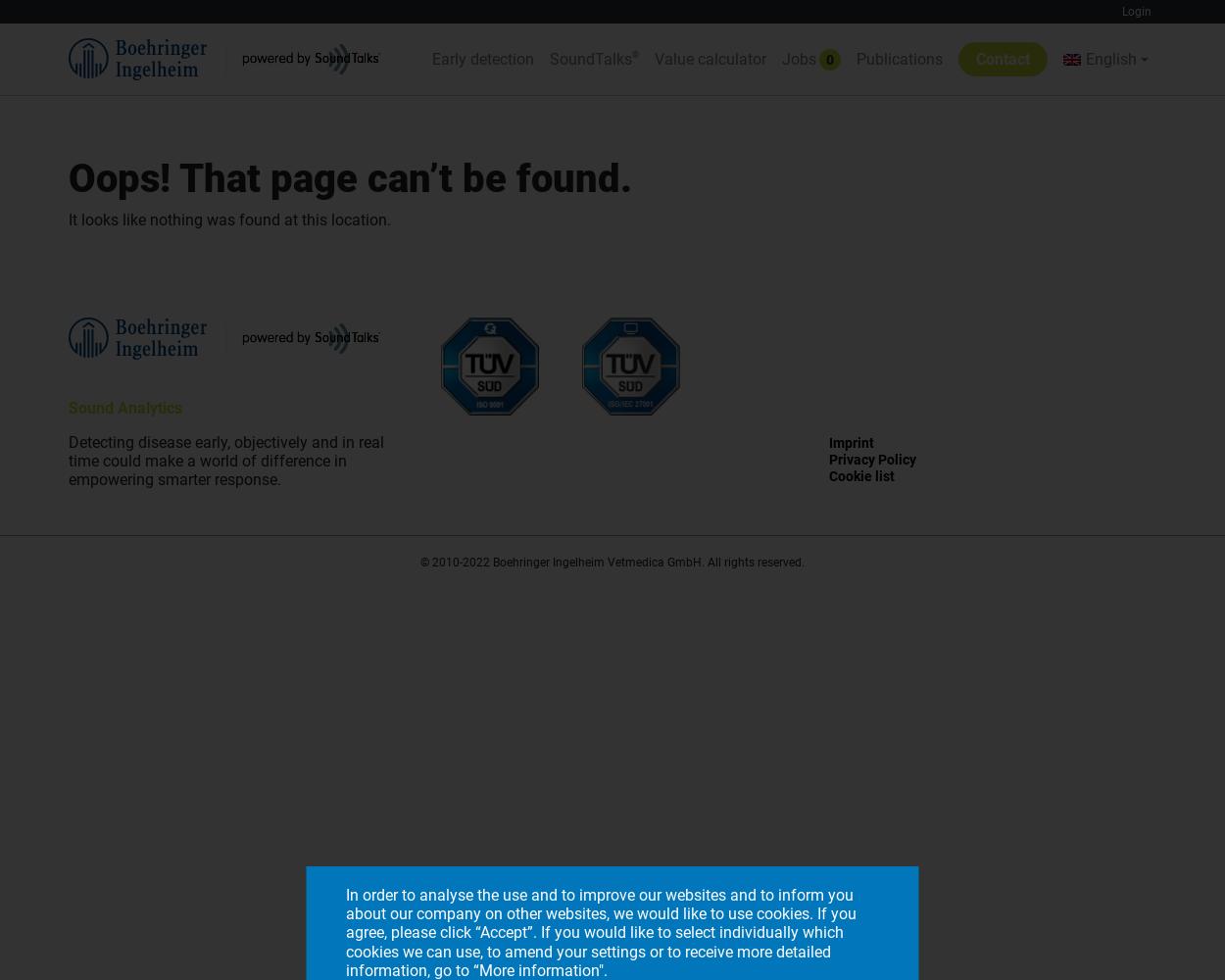 This screenshot has height=980, width=1225. What do you see at coordinates (1122, 12) in the screenshot?
I see `'Login'` at bounding box center [1122, 12].